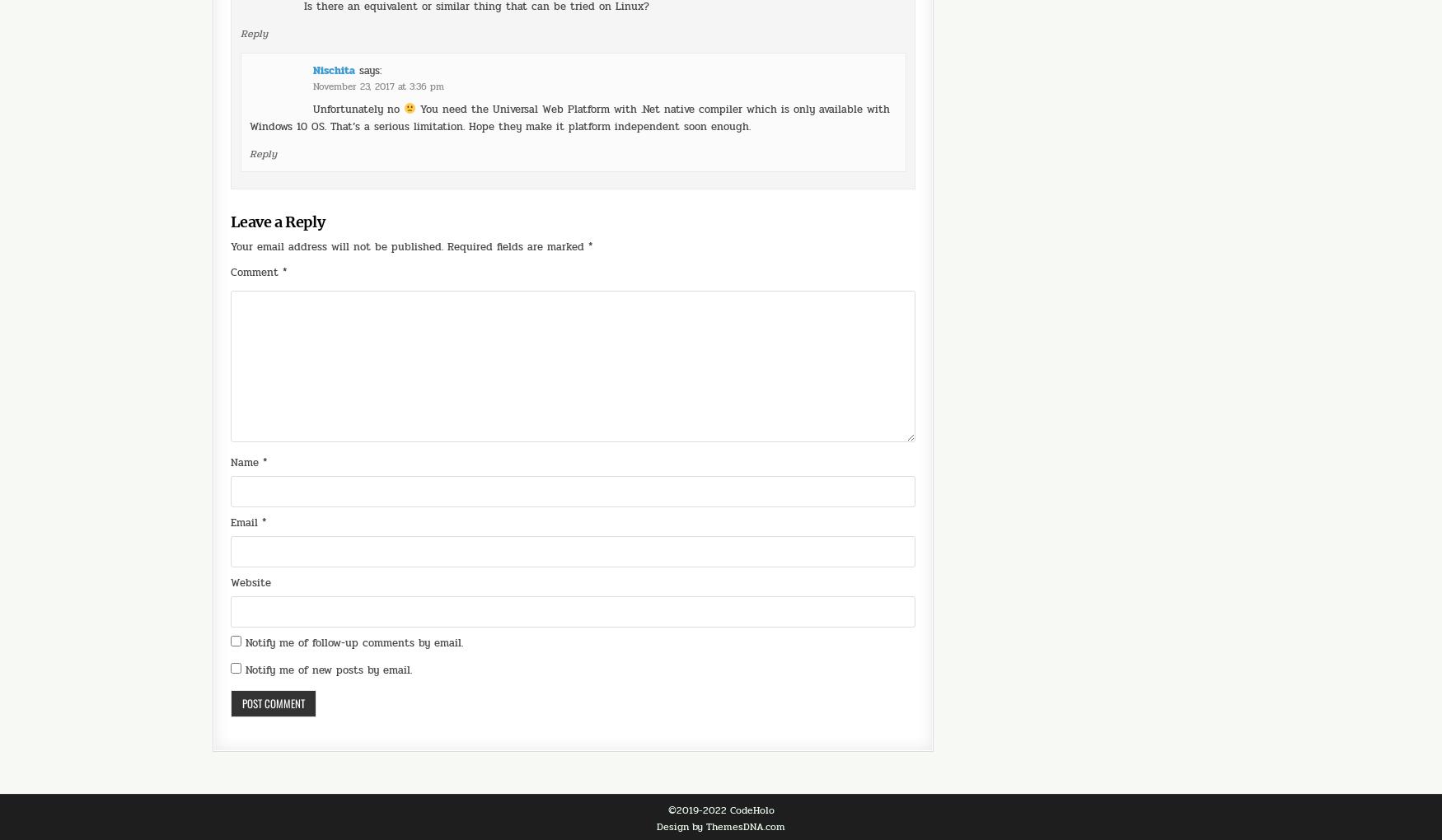 Image resolution: width=1442 pixels, height=840 pixels. What do you see at coordinates (250, 536) in the screenshot?
I see `'Website'` at bounding box center [250, 536].